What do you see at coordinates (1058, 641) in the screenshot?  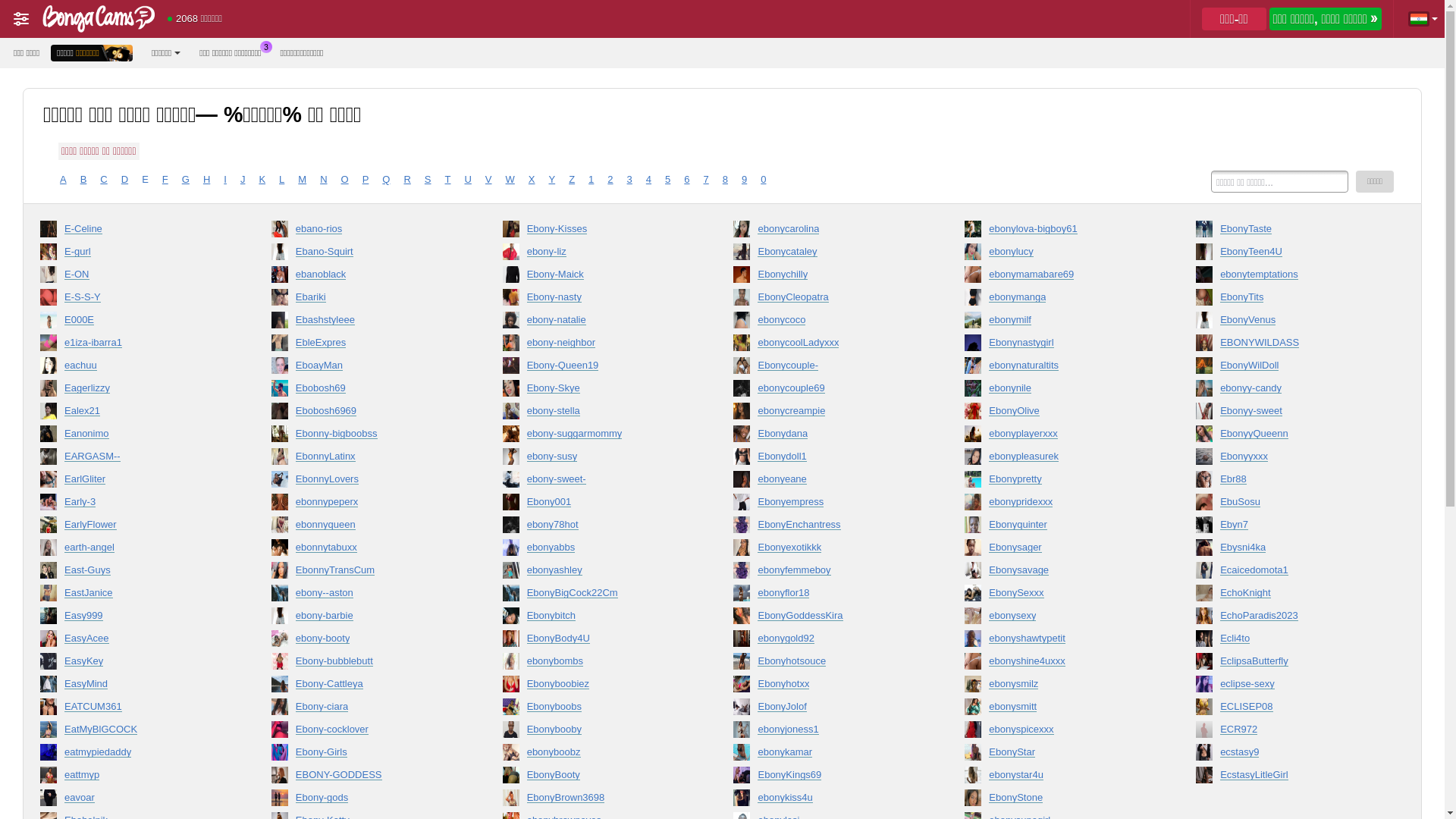 I see `'ebonyshawtypetit'` at bounding box center [1058, 641].